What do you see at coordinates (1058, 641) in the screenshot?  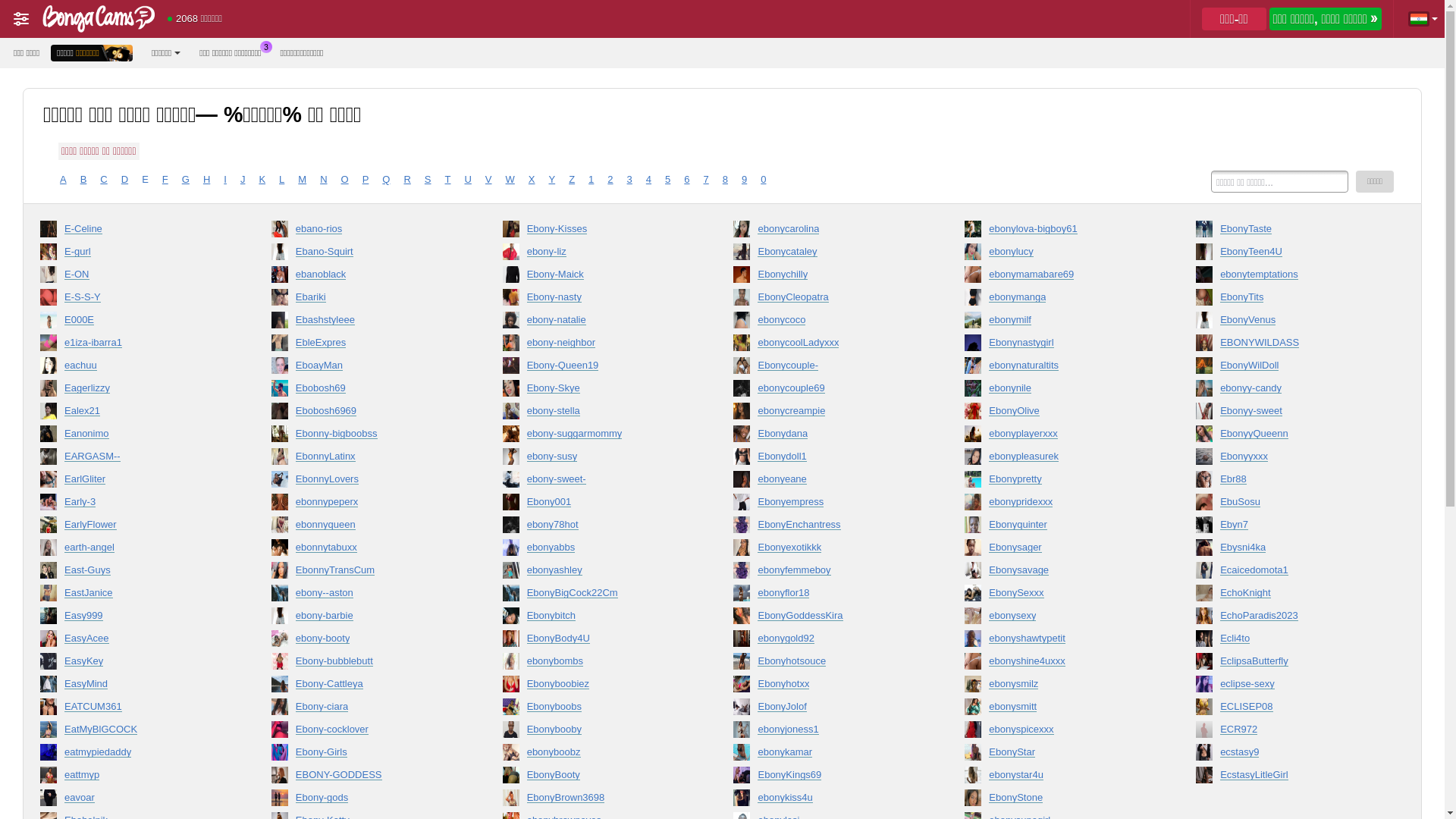 I see `'ebonyshawtypetit'` at bounding box center [1058, 641].